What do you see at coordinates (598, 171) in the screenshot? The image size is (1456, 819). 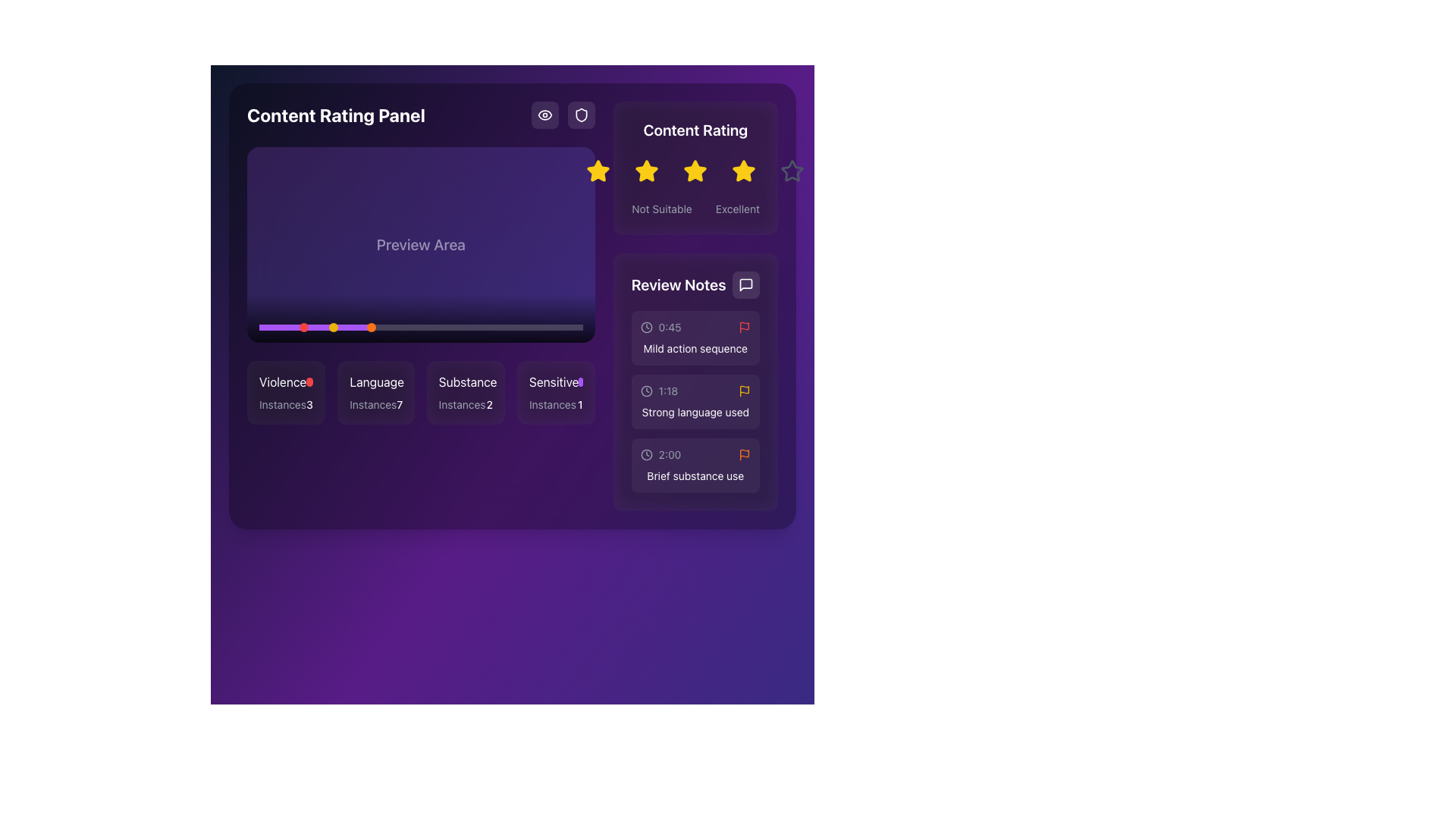 I see `the yellow star-shaped rating icon` at bounding box center [598, 171].